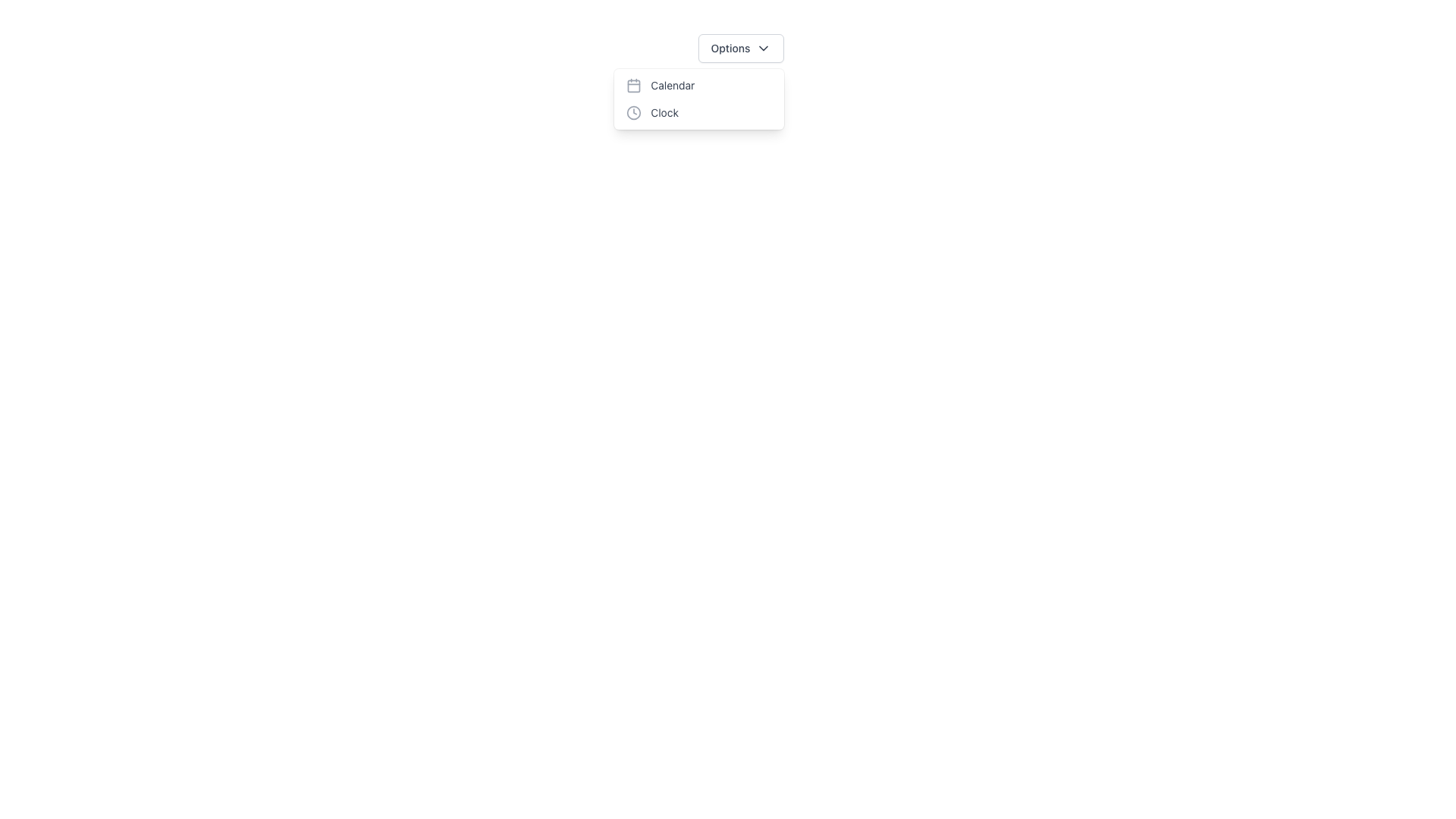 The image size is (1456, 819). What do you see at coordinates (698, 85) in the screenshot?
I see `the first menu item in the dropdown menu below the 'Options' button` at bounding box center [698, 85].